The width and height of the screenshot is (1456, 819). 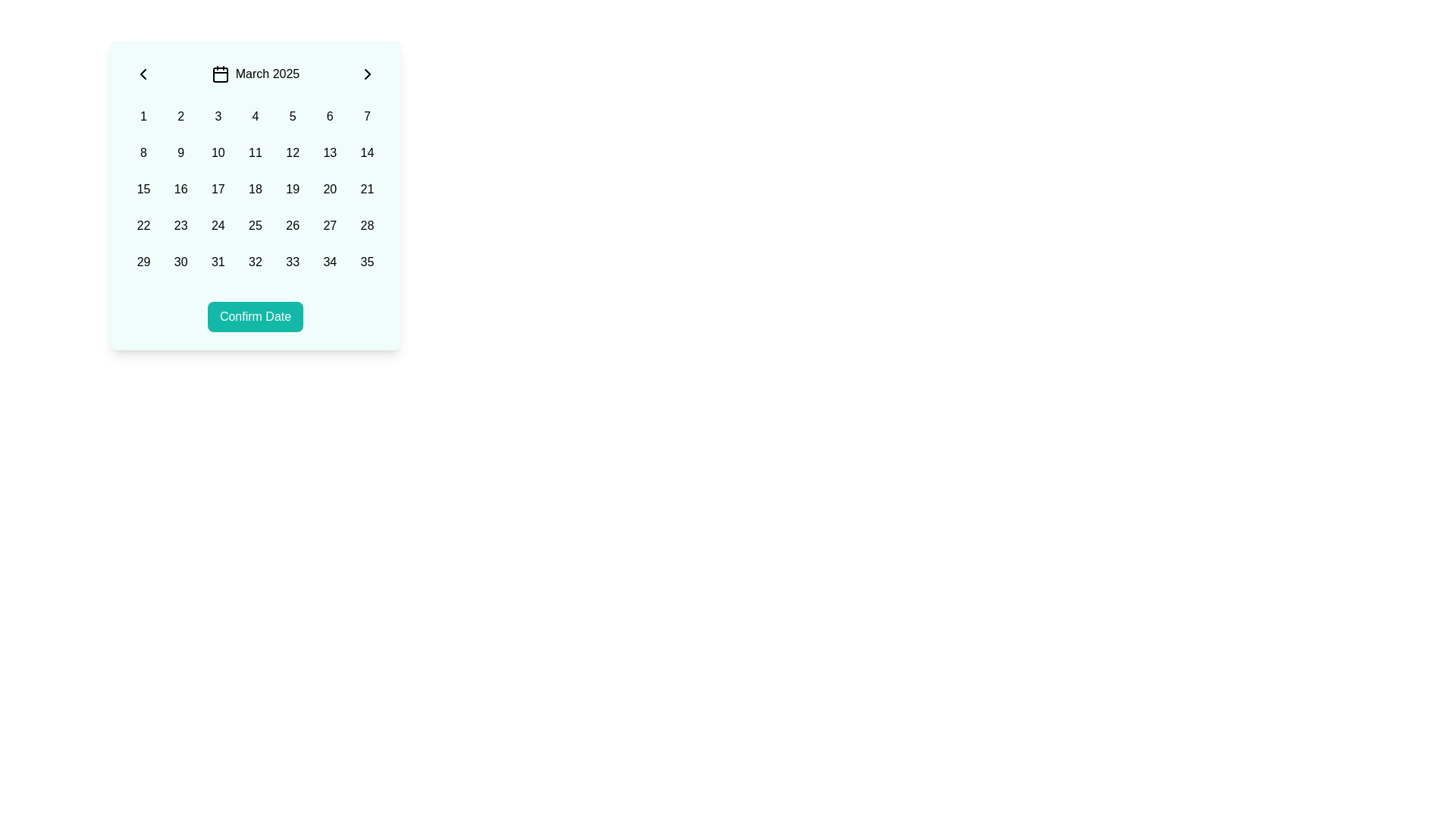 I want to click on the leftmost button in the calendar header that navigates to the previous month, so click(x=143, y=74).